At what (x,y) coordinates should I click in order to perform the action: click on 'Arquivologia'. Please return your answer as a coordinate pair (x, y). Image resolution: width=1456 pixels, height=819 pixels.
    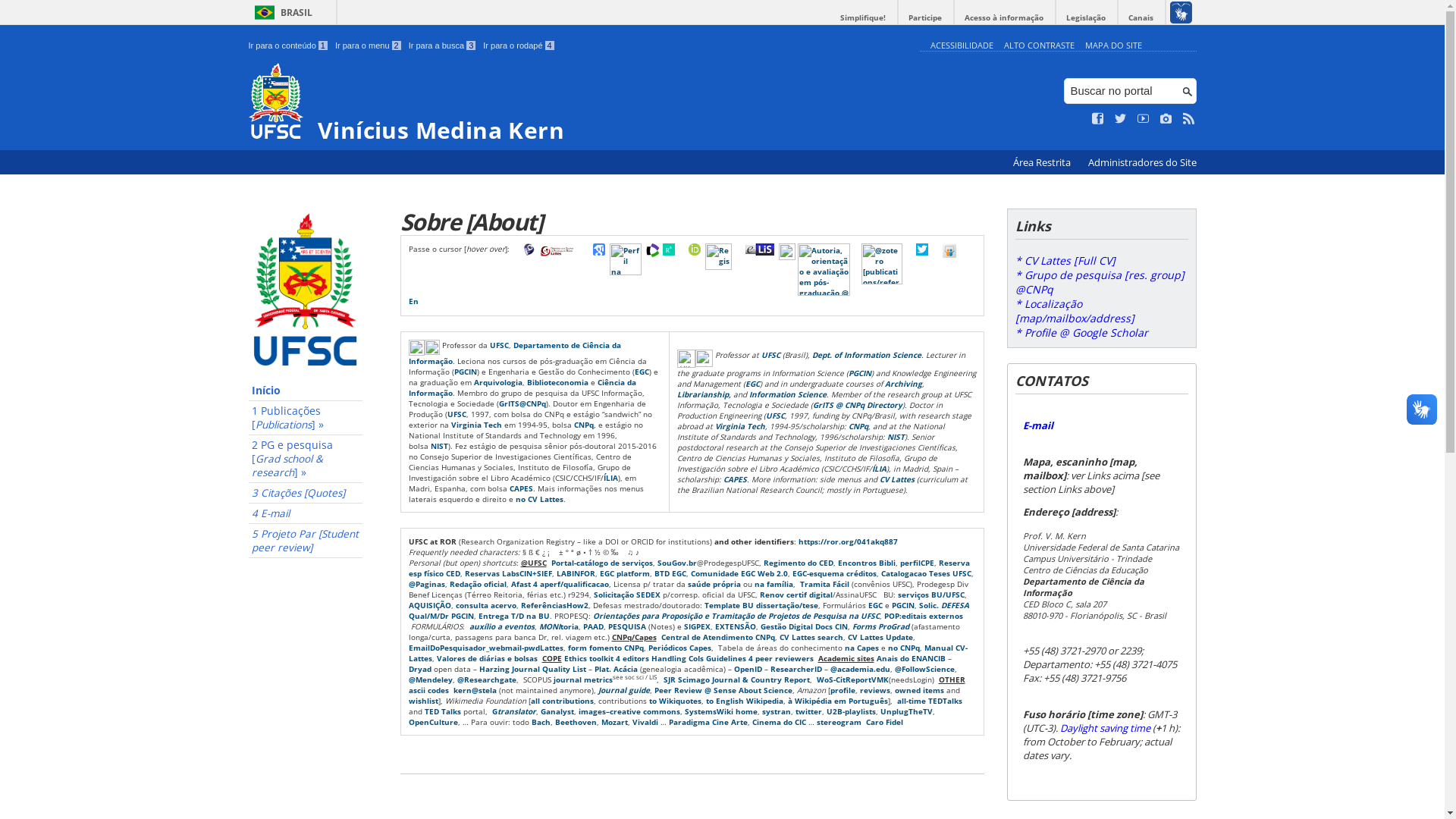
    Looking at the image, I should click on (497, 381).